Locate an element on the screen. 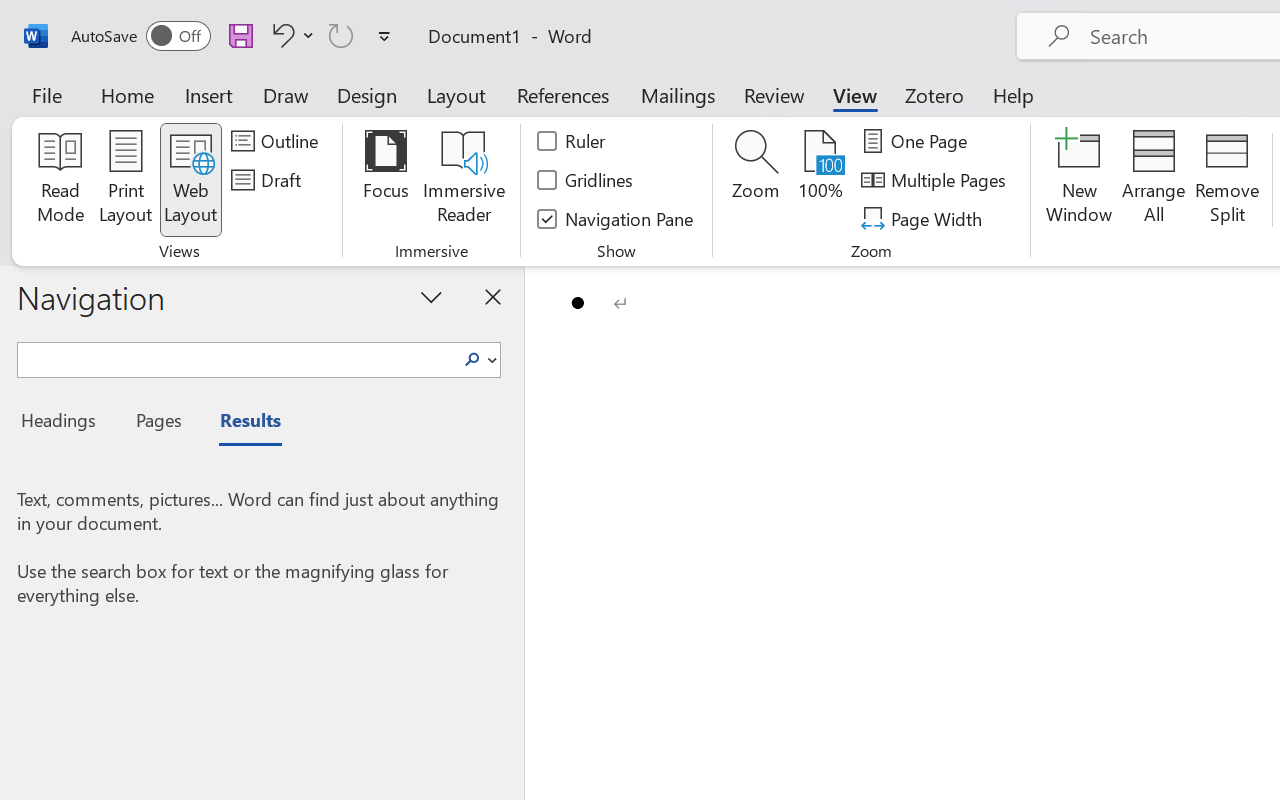 This screenshot has height=800, width=1280. 'Immersive Reader' is located at coordinates (463, 179).